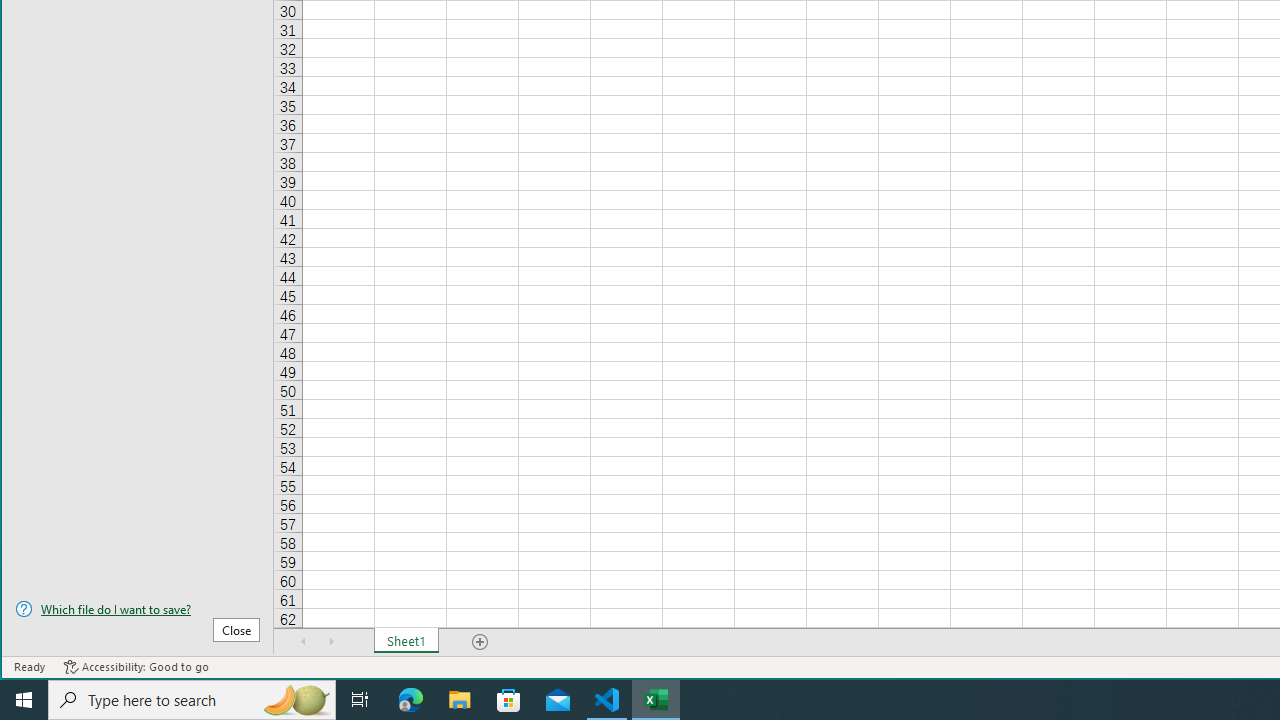 Image resolution: width=1280 pixels, height=720 pixels. Describe the element at coordinates (192, 698) in the screenshot. I see `'Type here to search'` at that location.